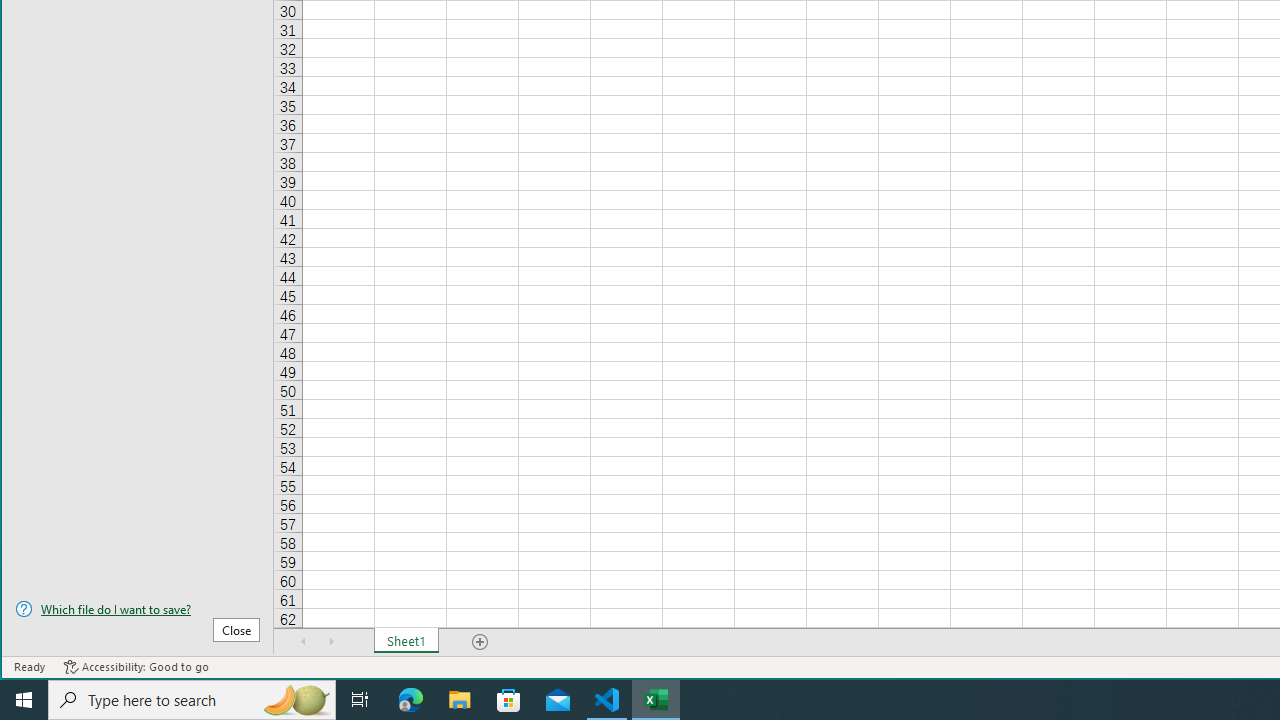 Image resolution: width=1280 pixels, height=720 pixels. Describe the element at coordinates (192, 698) in the screenshot. I see `'Type here to search'` at that location.